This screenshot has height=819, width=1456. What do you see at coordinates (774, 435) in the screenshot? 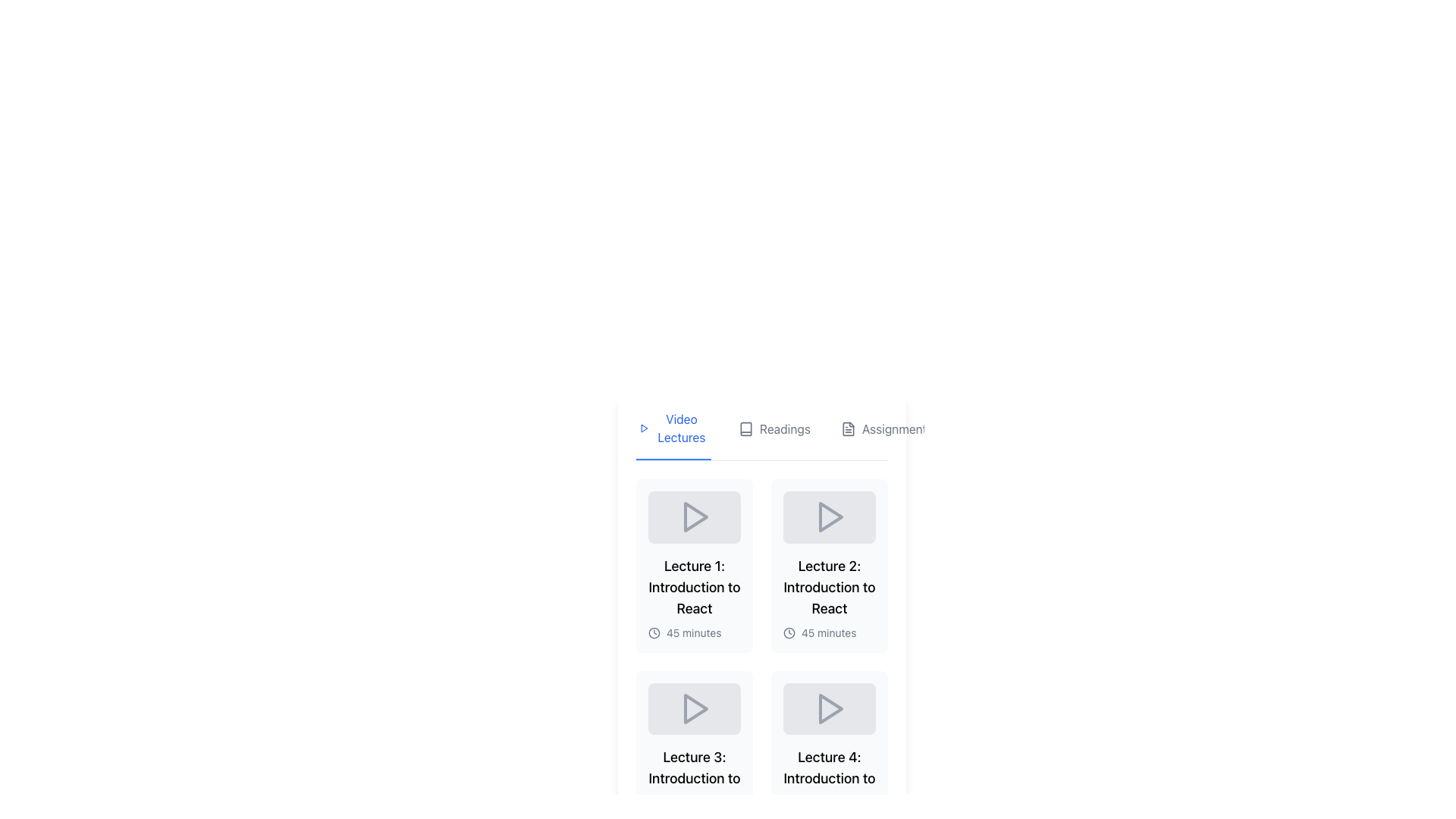
I see `the Interactive Tab located between the 'Video Lectures' tab and the 'Assignments' tab` at bounding box center [774, 435].